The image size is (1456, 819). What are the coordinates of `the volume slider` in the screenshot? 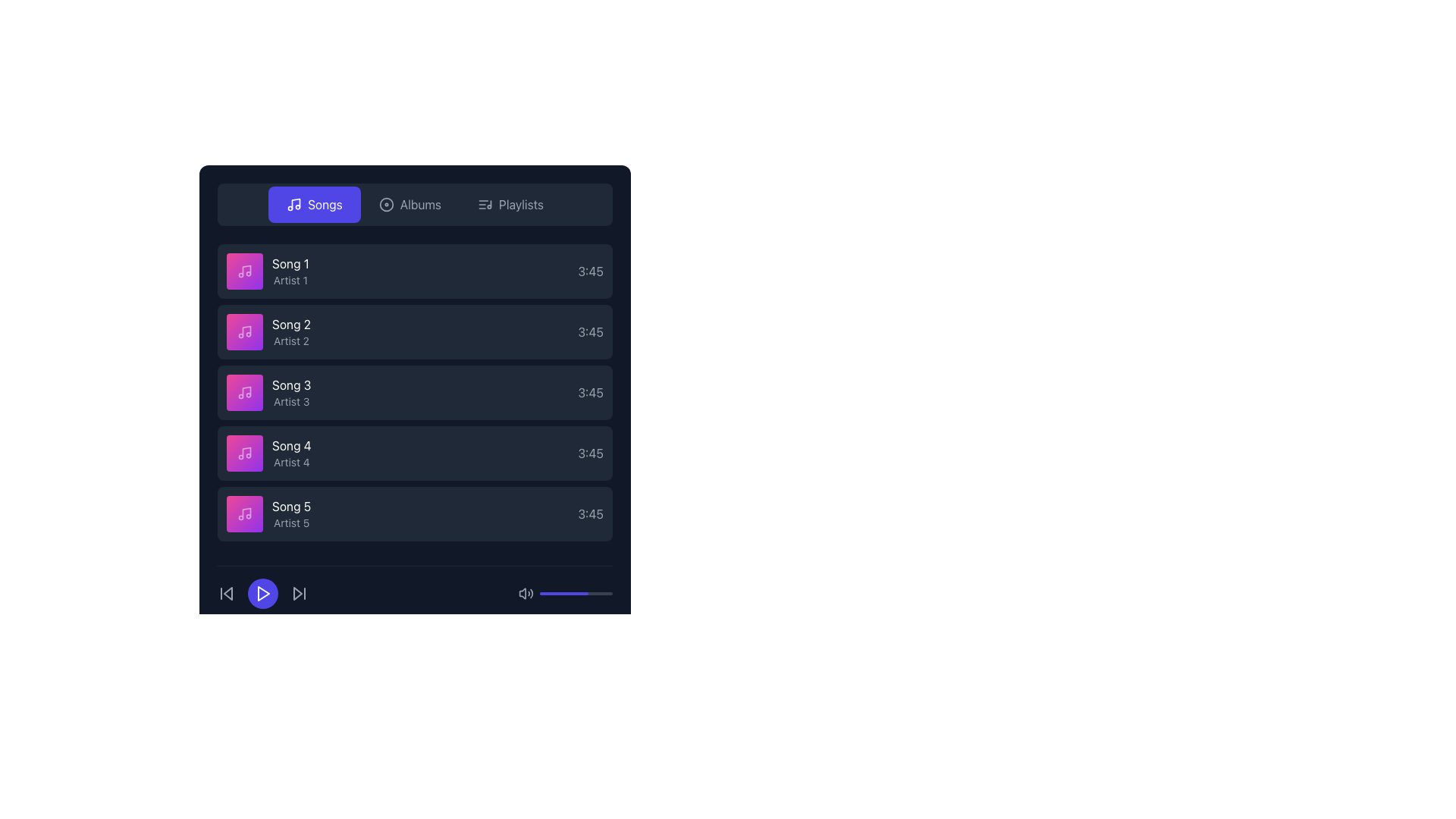 It's located at (590, 593).